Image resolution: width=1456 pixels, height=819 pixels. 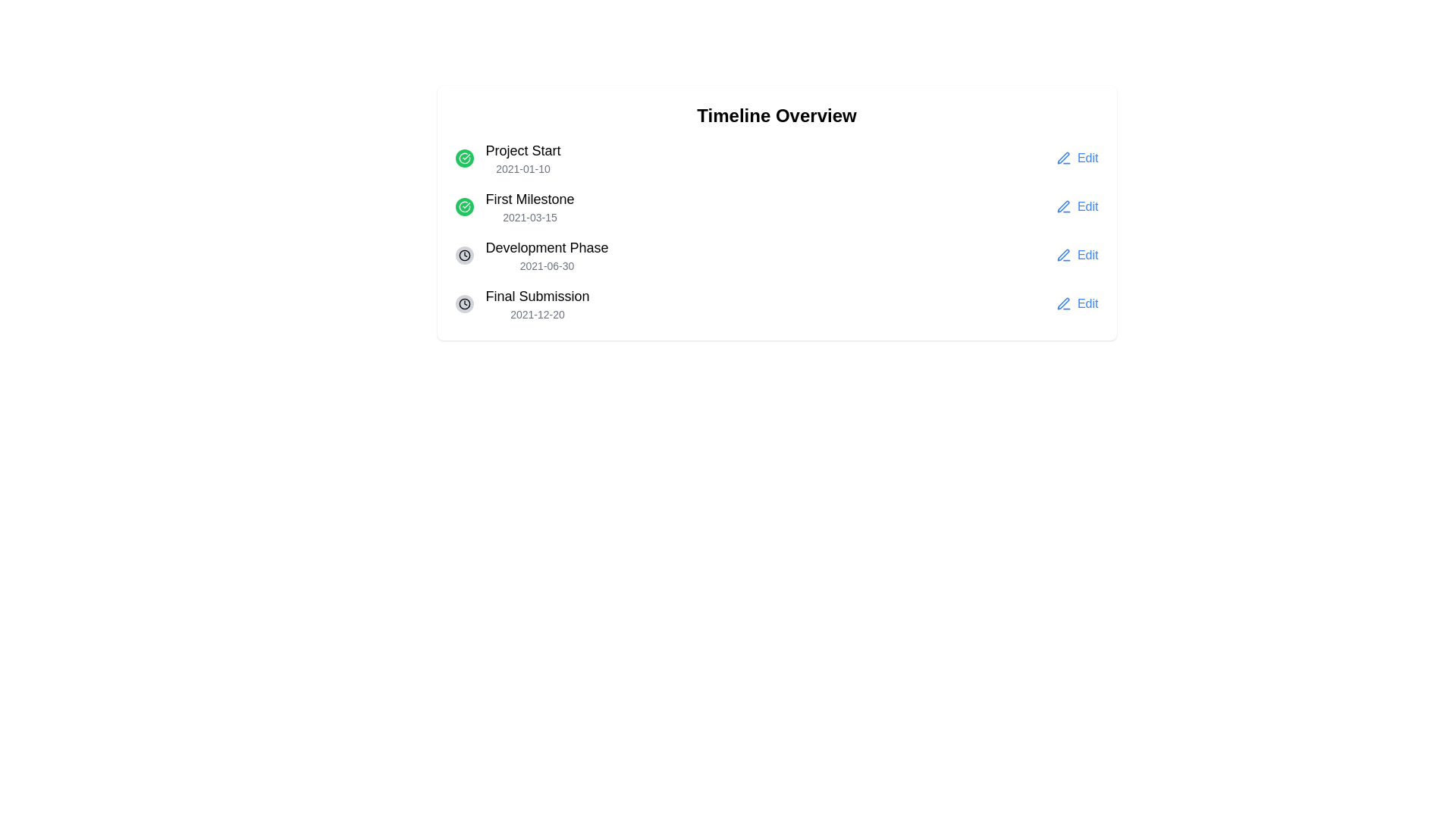 I want to click on the clock icon in the 'Development Phase' section of the timeline interface, which is the third icon in the sequence, so click(x=463, y=254).